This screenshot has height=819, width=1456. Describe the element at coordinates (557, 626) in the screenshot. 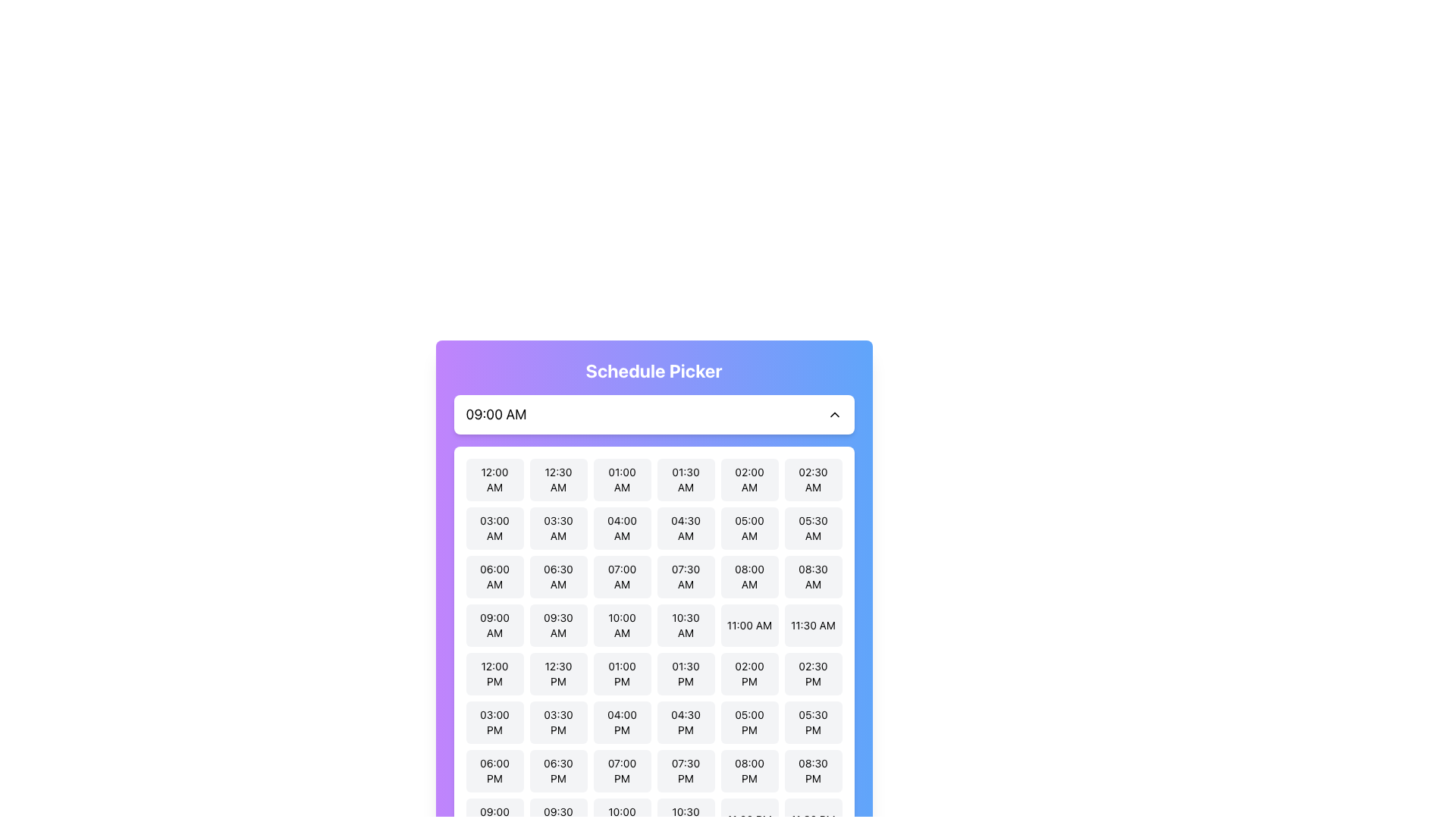

I see `the rounded rectangular button displaying '09:30 AM' on a light gray background, located in the fifth row and second column of a grid layout` at that location.